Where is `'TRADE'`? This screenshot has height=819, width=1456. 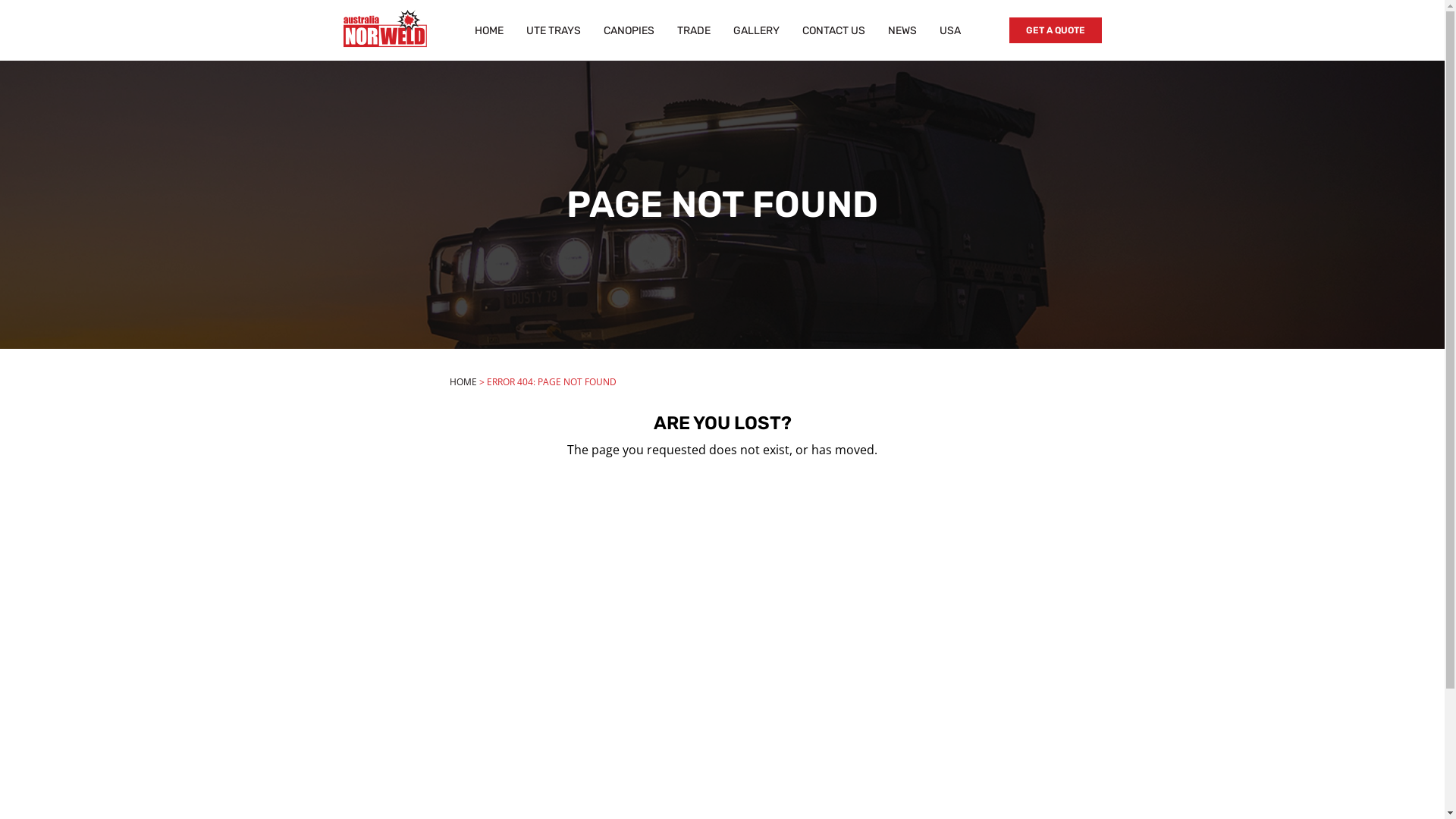 'TRADE' is located at coordinates (693, 30).